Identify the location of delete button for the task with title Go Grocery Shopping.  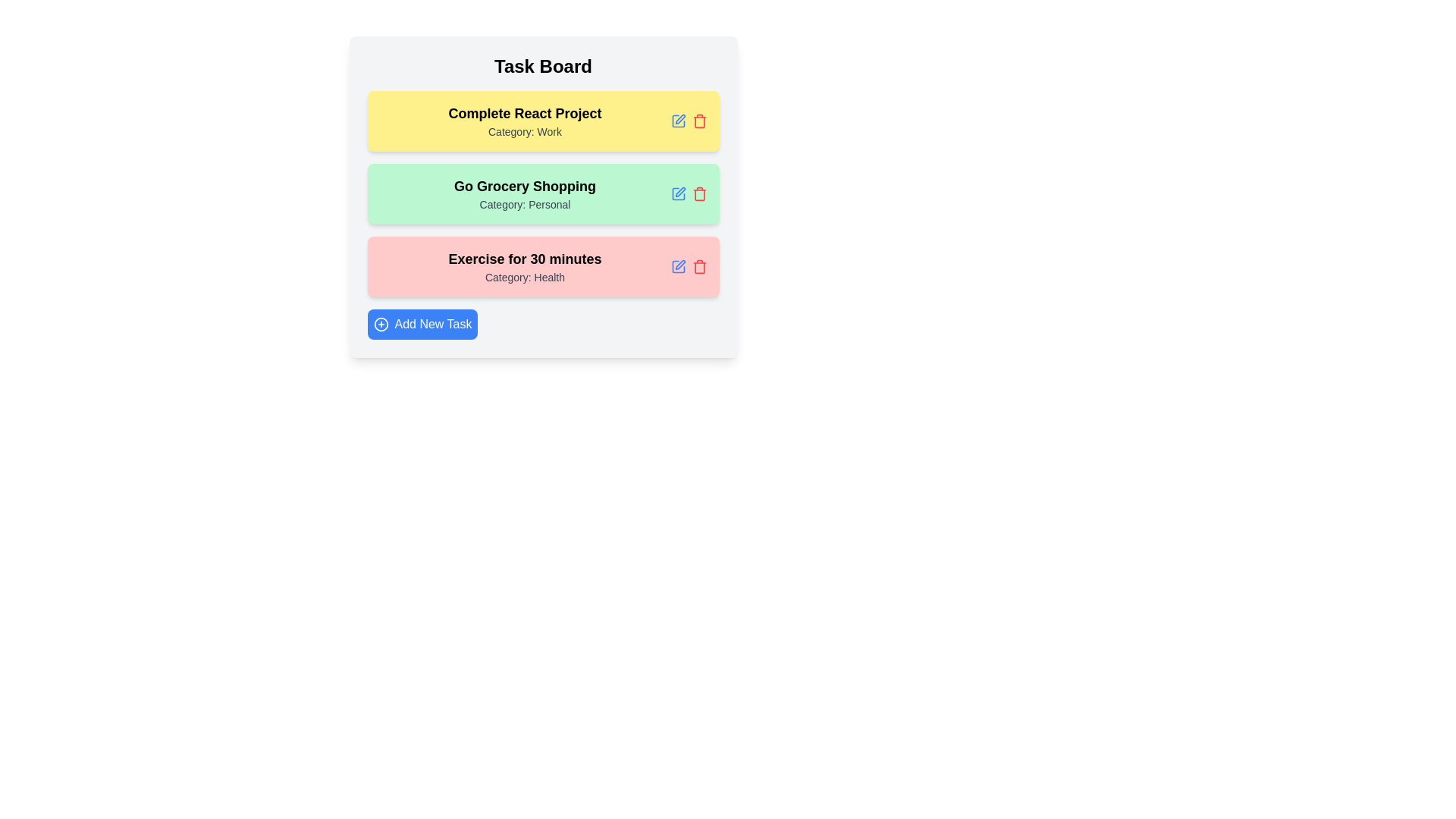
(698, 193).